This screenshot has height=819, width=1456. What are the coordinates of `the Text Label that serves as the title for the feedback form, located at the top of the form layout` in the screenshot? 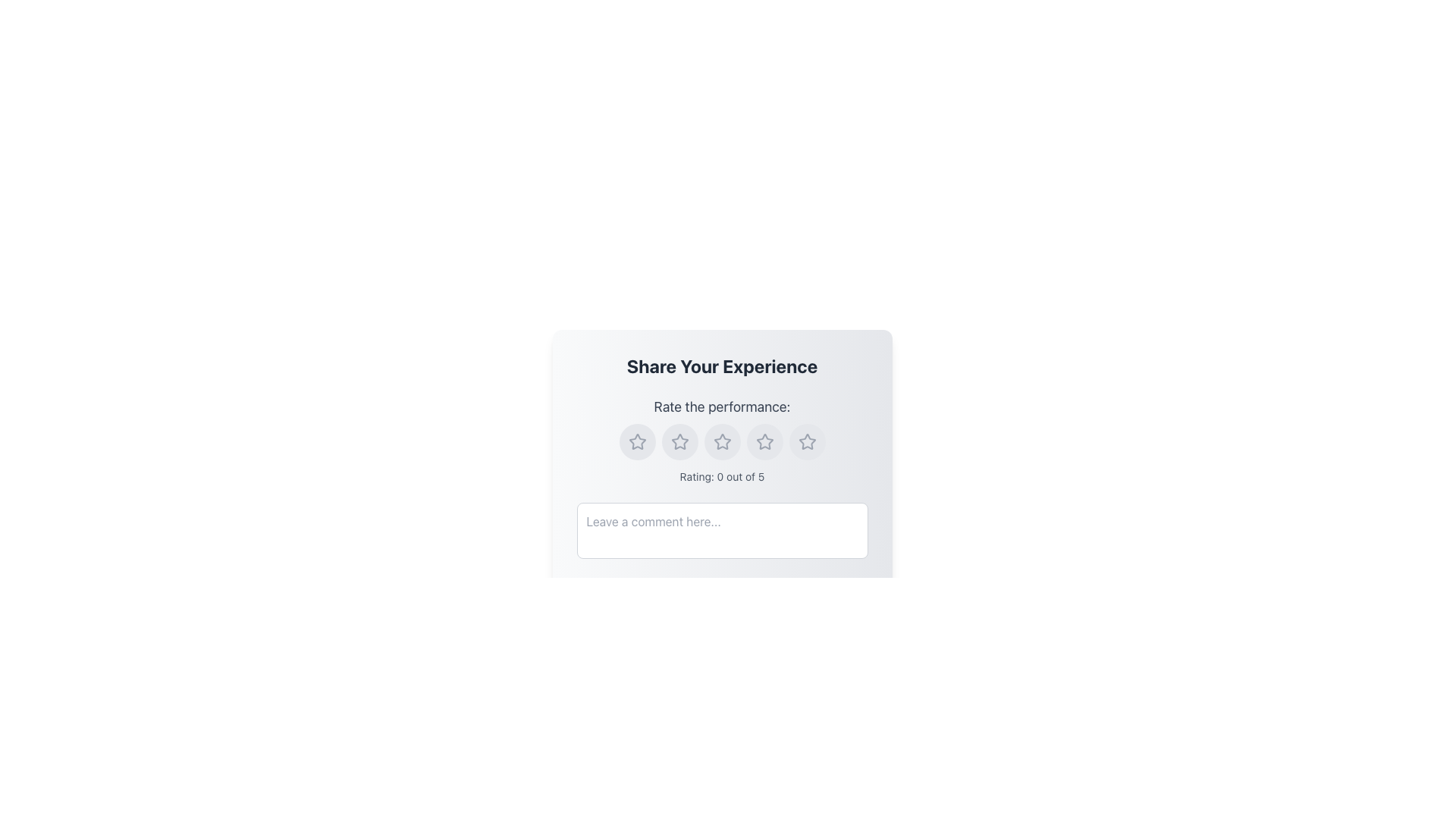 It's located at (721, 366).